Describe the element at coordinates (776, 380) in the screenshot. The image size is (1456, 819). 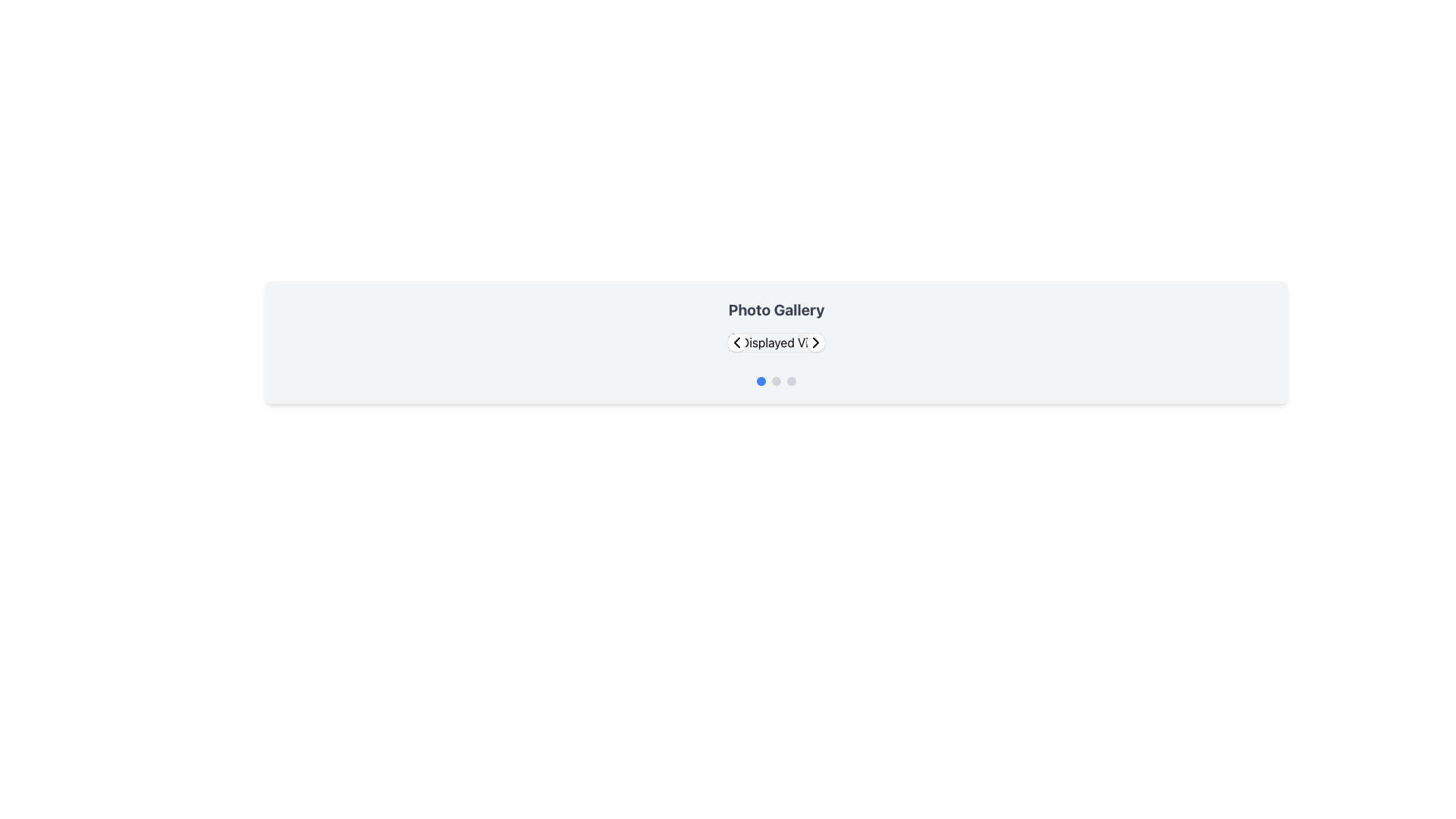
I see `the second circular button located below the 'Photo Gallery' heading` at that location.